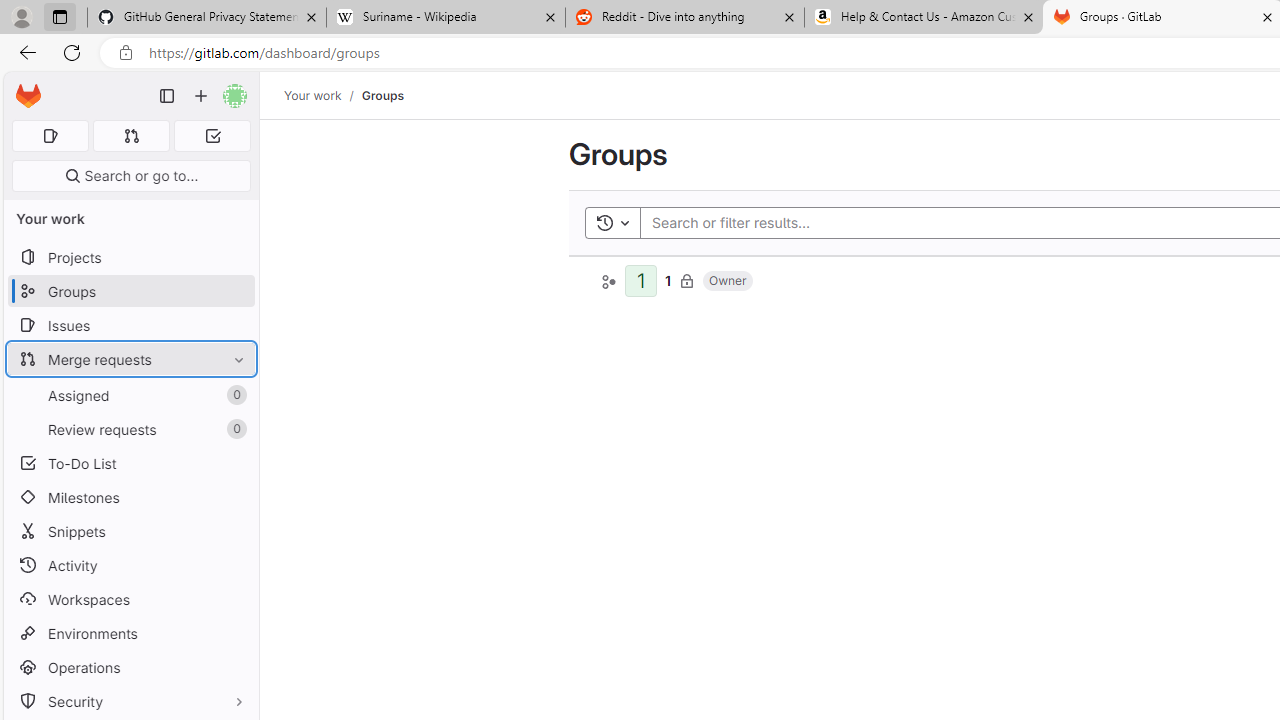 This screenshot has height=720, width=1280. Describe the element at coordinates (130, 530) in the screenshot. I see `'Snippets'` at that location.